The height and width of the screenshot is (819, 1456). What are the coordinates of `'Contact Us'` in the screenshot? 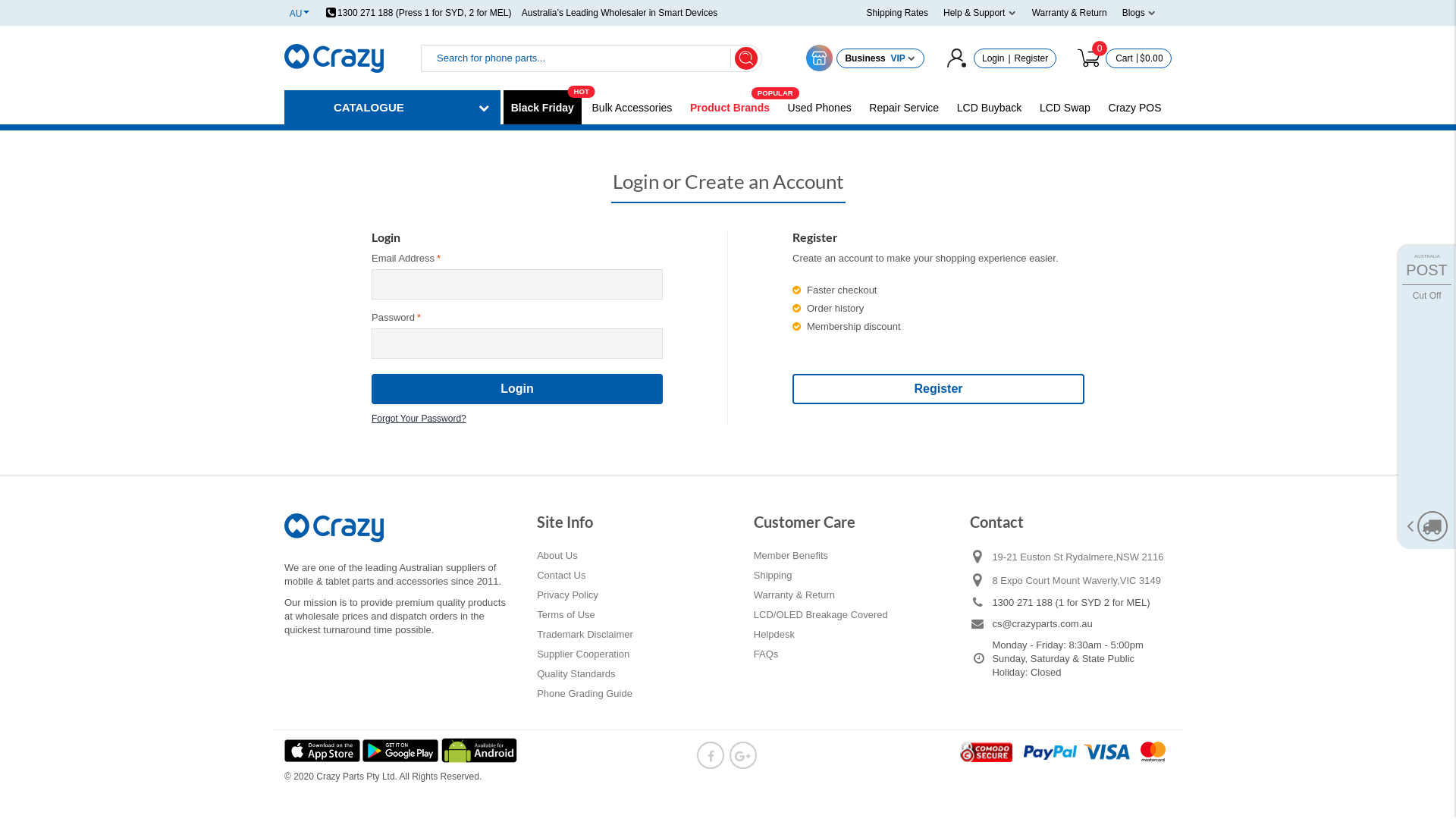 It's located at (560, 576).